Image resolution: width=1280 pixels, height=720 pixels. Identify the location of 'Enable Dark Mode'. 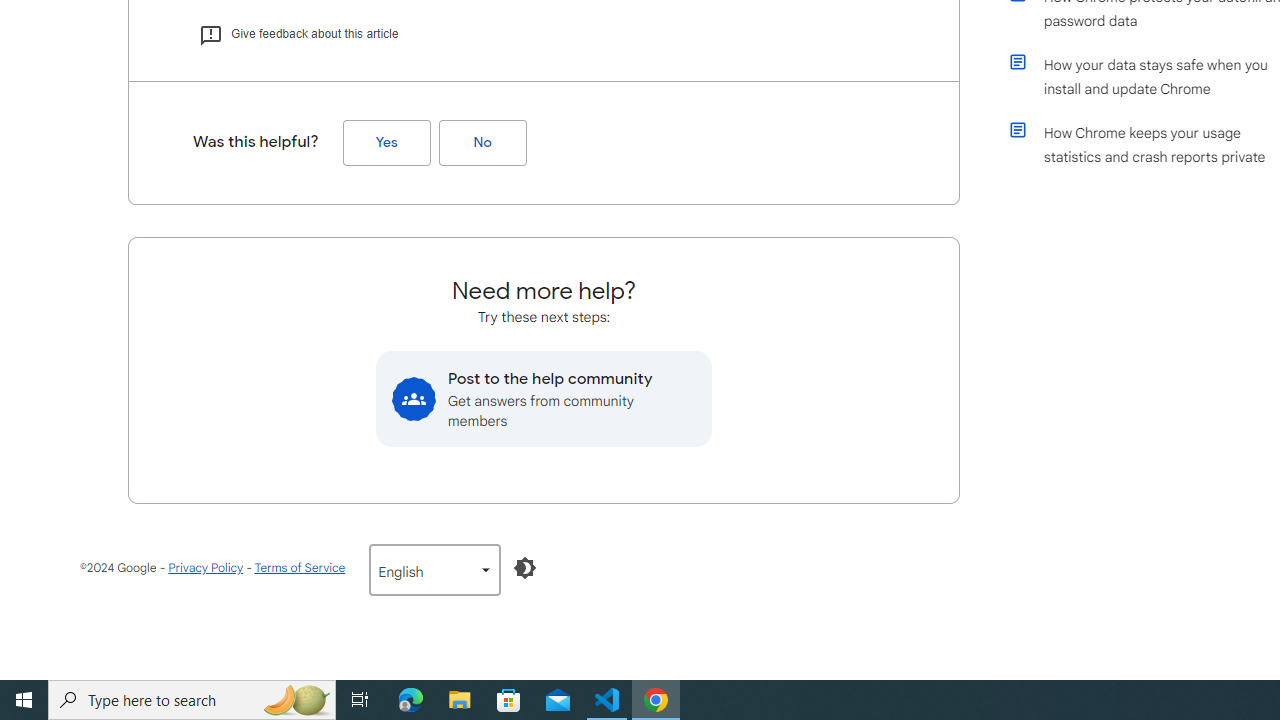
(525, 568).